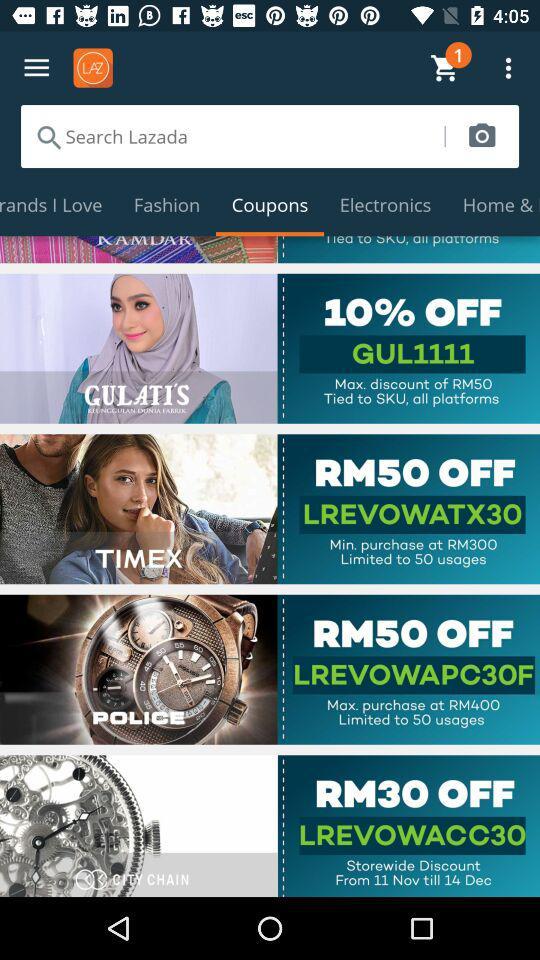  Describe the element at coordinates (36, 68) in the screenshot. I see `more options` at that location.